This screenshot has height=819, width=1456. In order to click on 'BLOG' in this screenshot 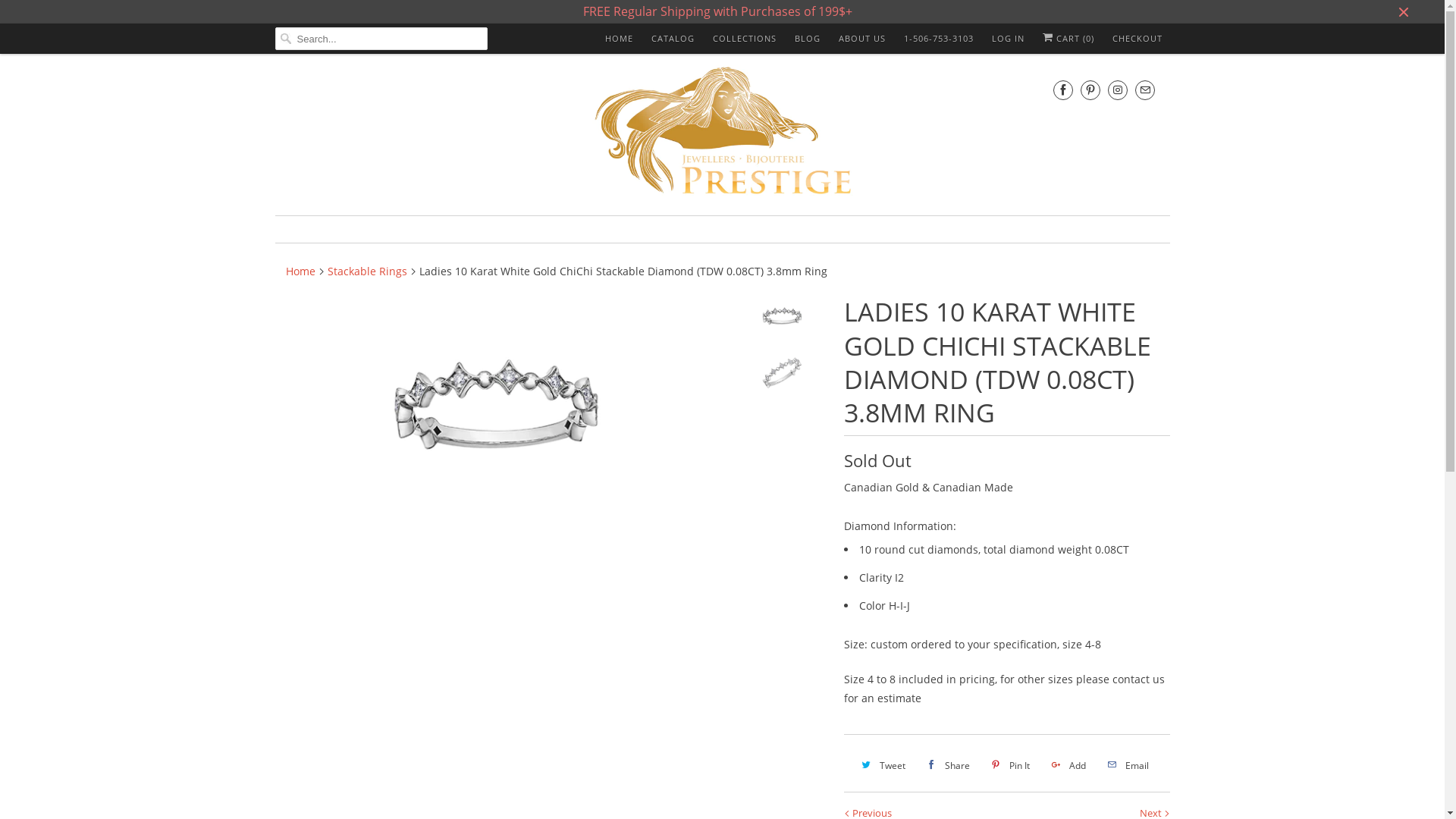, I will do `click(793, 37)`.